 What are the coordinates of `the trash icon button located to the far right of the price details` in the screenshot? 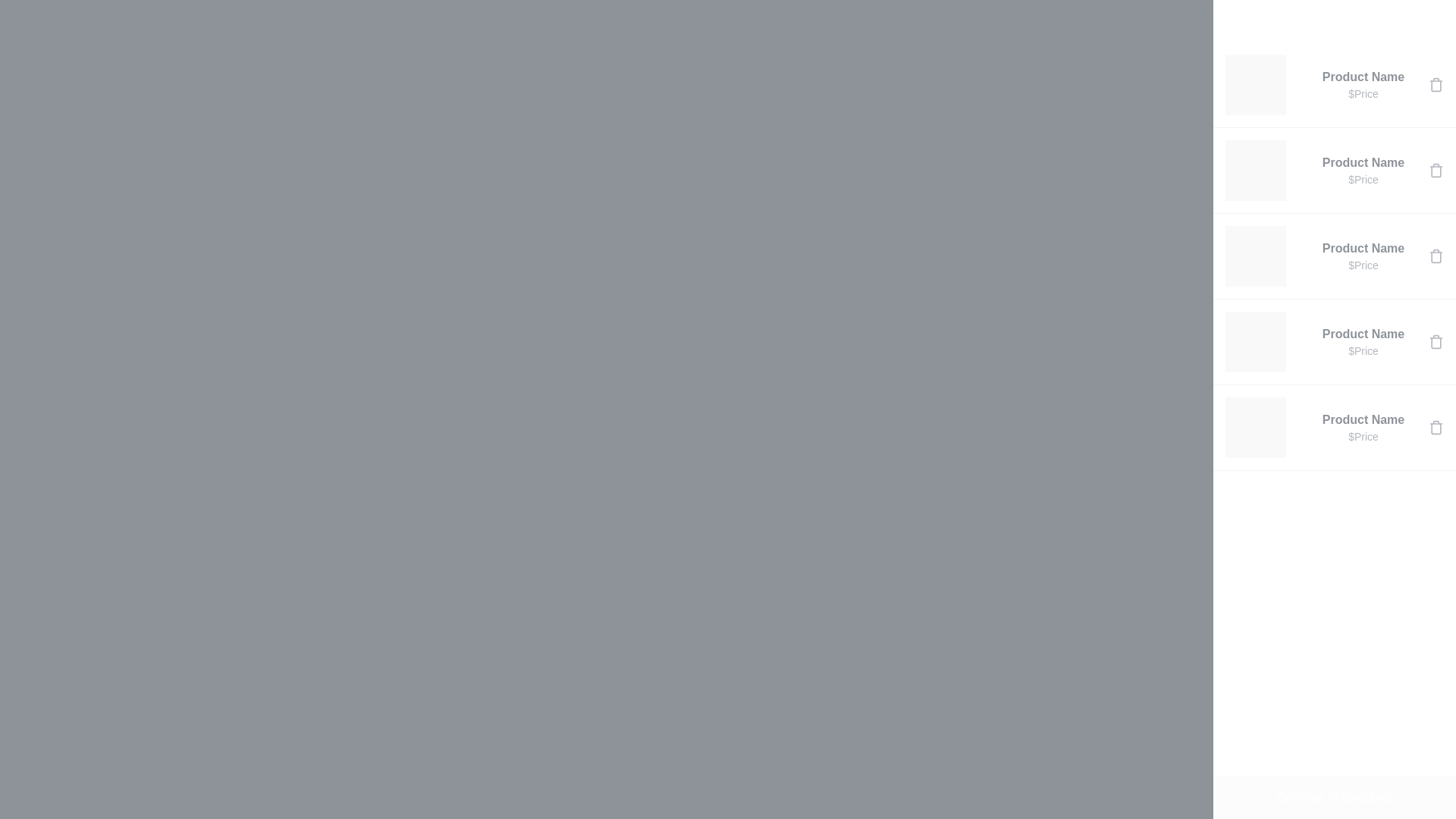 It's located at (1436, 256).